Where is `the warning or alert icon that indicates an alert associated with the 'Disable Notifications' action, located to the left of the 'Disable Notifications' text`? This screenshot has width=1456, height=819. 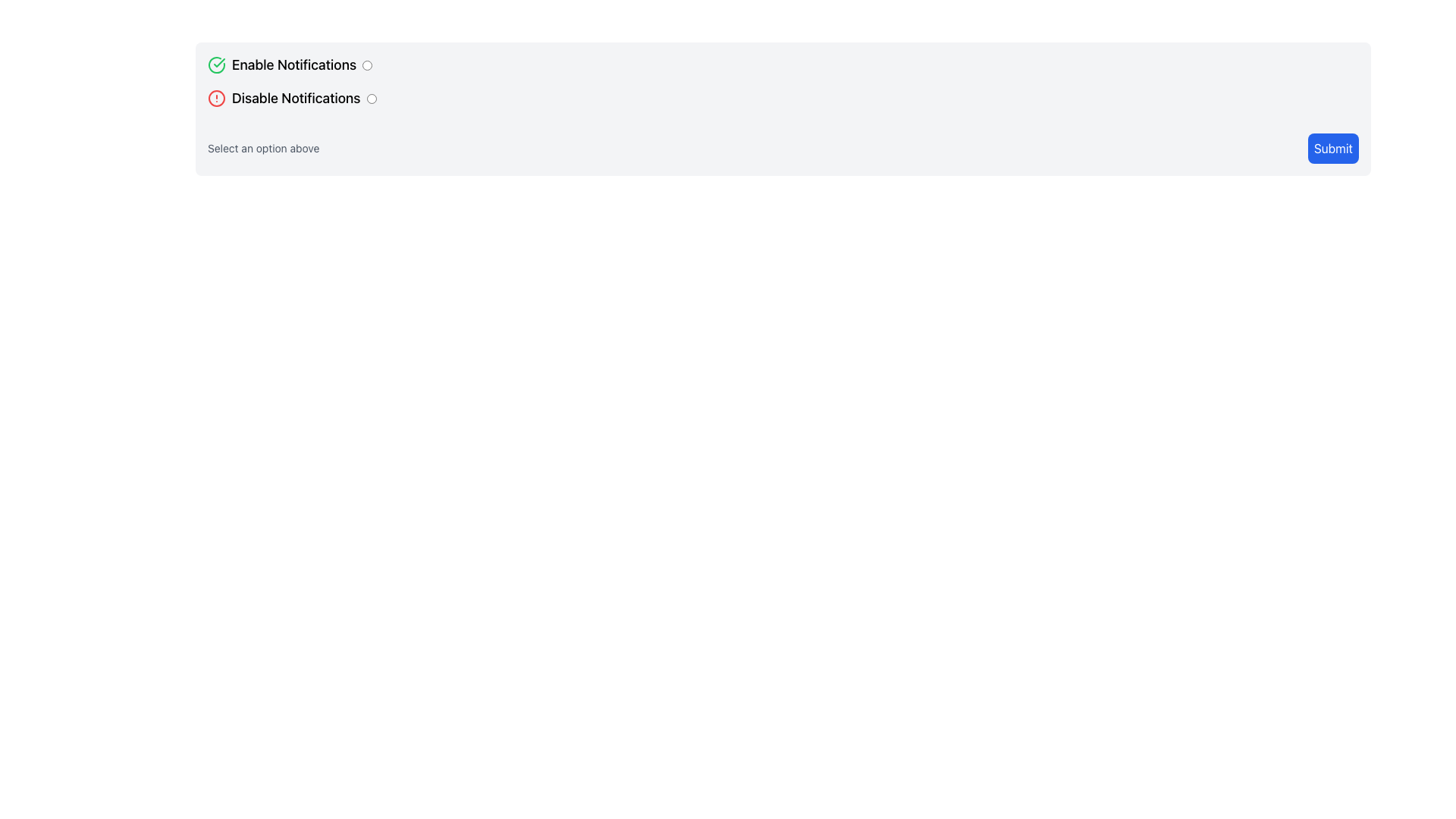
the warning or alert icon that indicates an alert associated with the 'Disable Notifications' action, located to the left of the 'Disable Notifications' text is located at coordinates (216, 99).